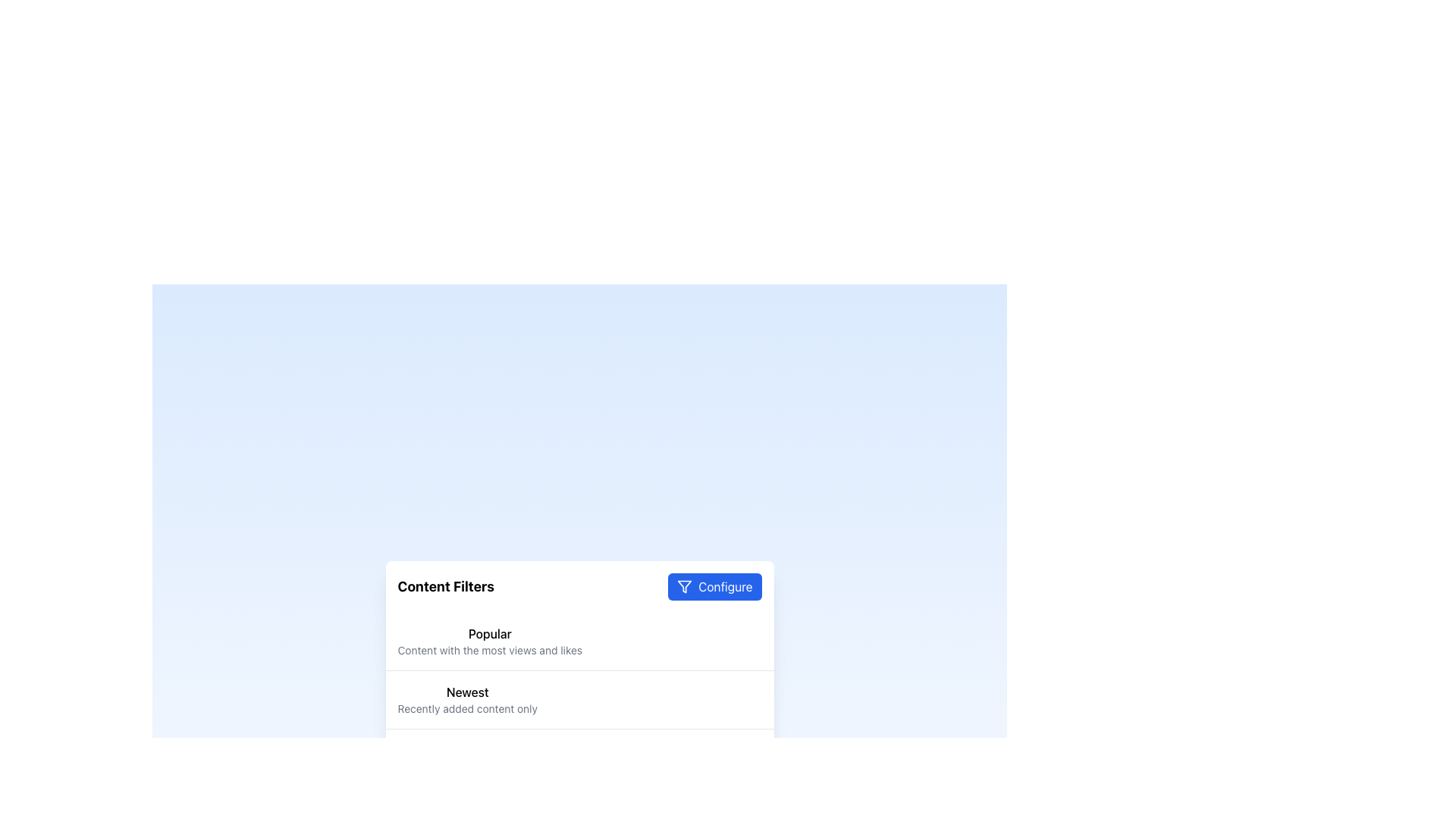 Image resolution: width=1456 pixels, height=819 pixels. I want to click on the second filter option in the list, which is located below the 'Popular' option and above the 'Recommended' option, so click(579, 699).